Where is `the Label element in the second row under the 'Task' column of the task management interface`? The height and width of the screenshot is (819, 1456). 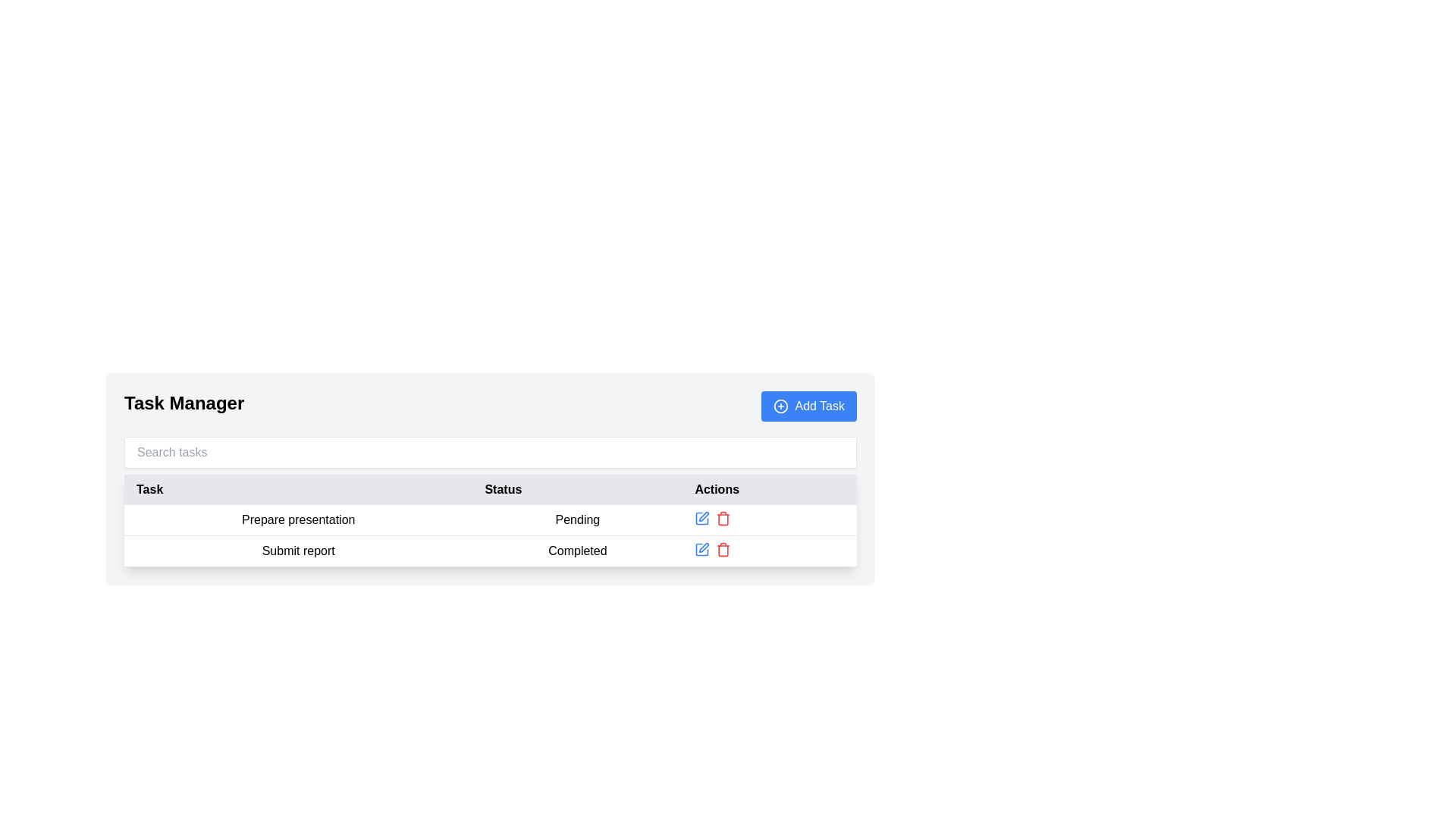 the Label element in the second row under the 'Task' column of the task management interface is located at coordinates (298, 551).